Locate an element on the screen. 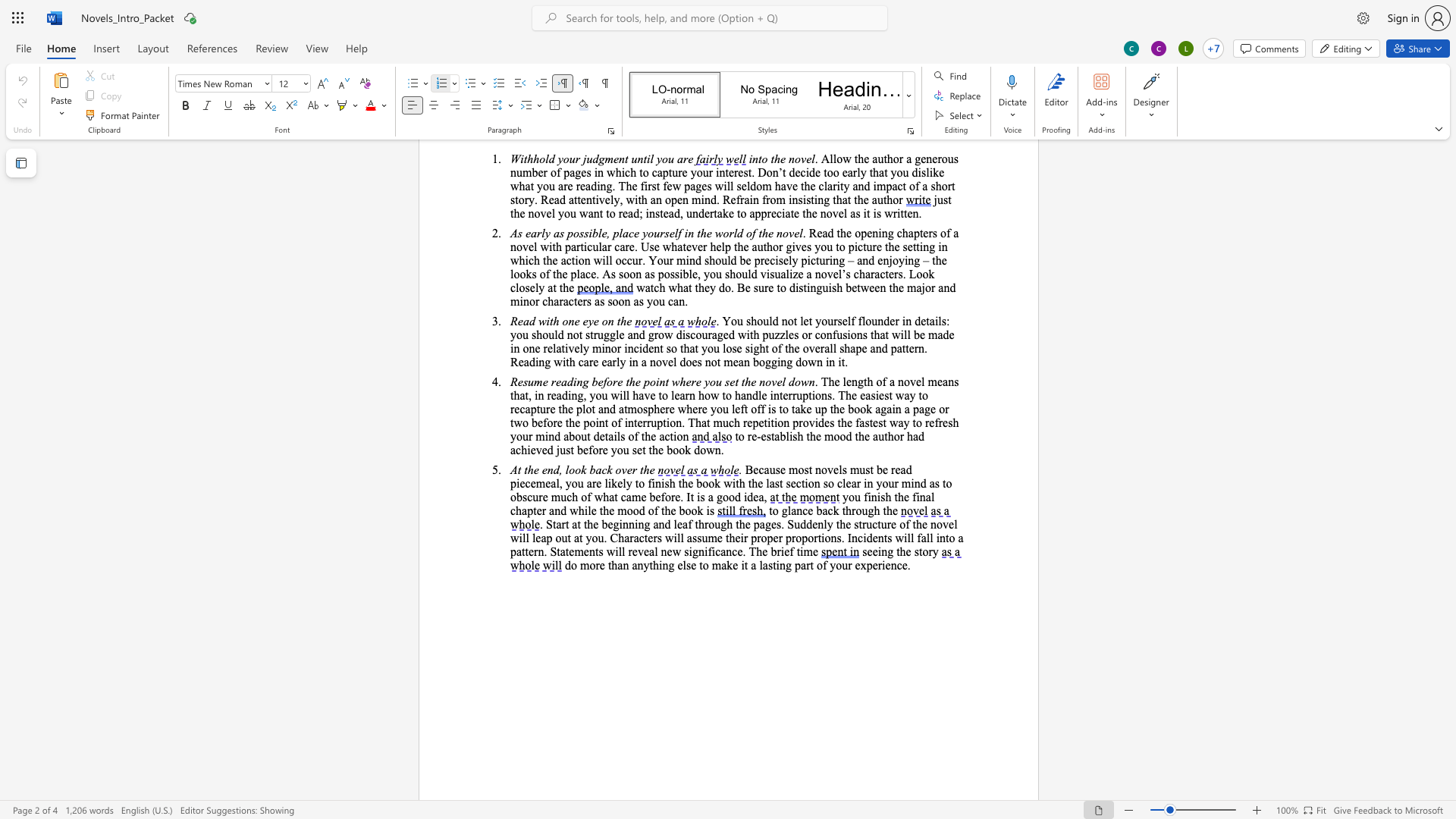  the space between the continuous character "-" and "e" in the text is located at coordinates (761, 436).